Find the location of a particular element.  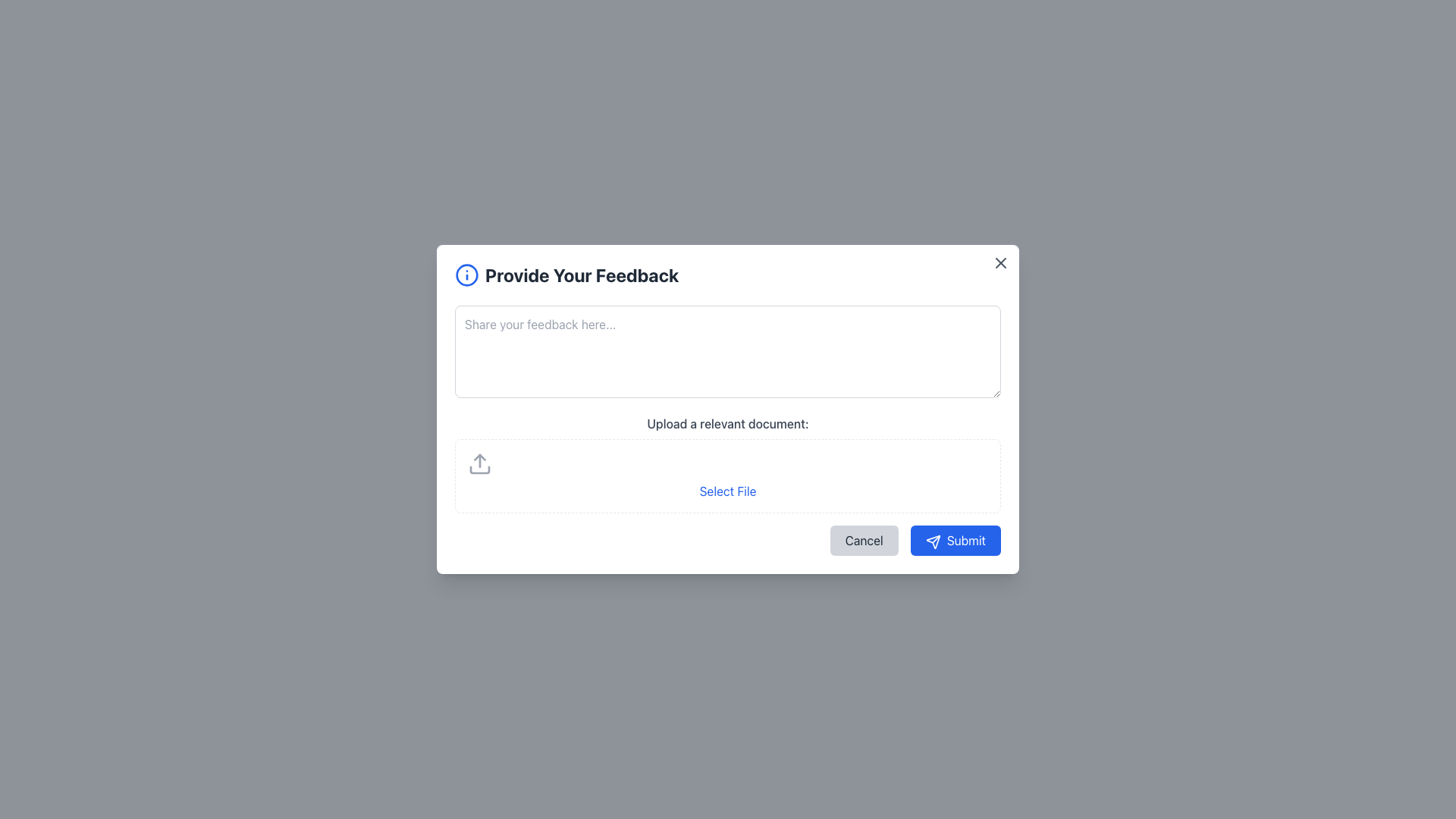

the circular information icon with a blue outline that is located to the left of the title text 'Provide Your Feedback' for more information is located at coordinates (466, 275).